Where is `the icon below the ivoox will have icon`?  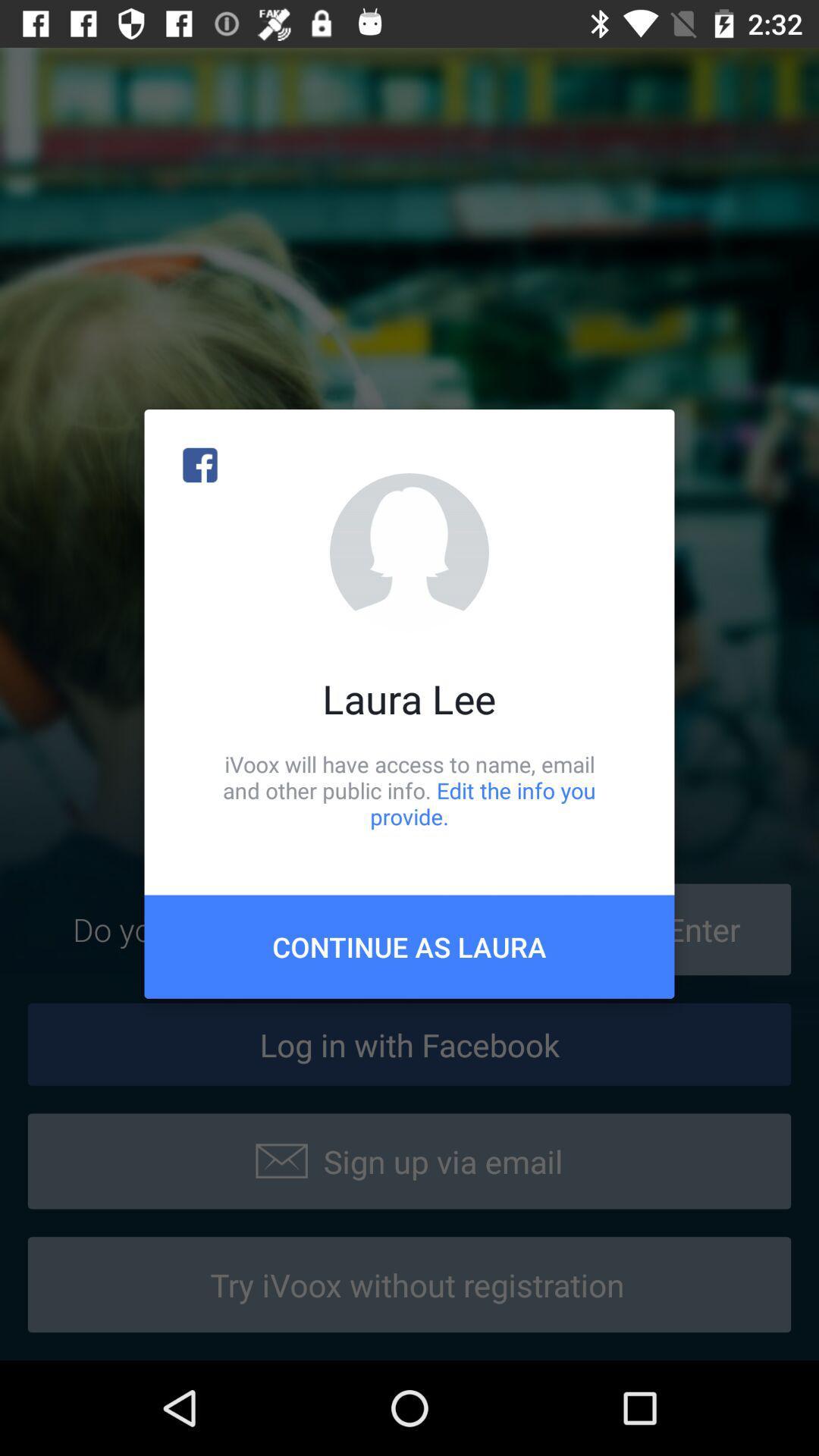
the icon below the ivoox will have icon is located at coordinates (409, 946).